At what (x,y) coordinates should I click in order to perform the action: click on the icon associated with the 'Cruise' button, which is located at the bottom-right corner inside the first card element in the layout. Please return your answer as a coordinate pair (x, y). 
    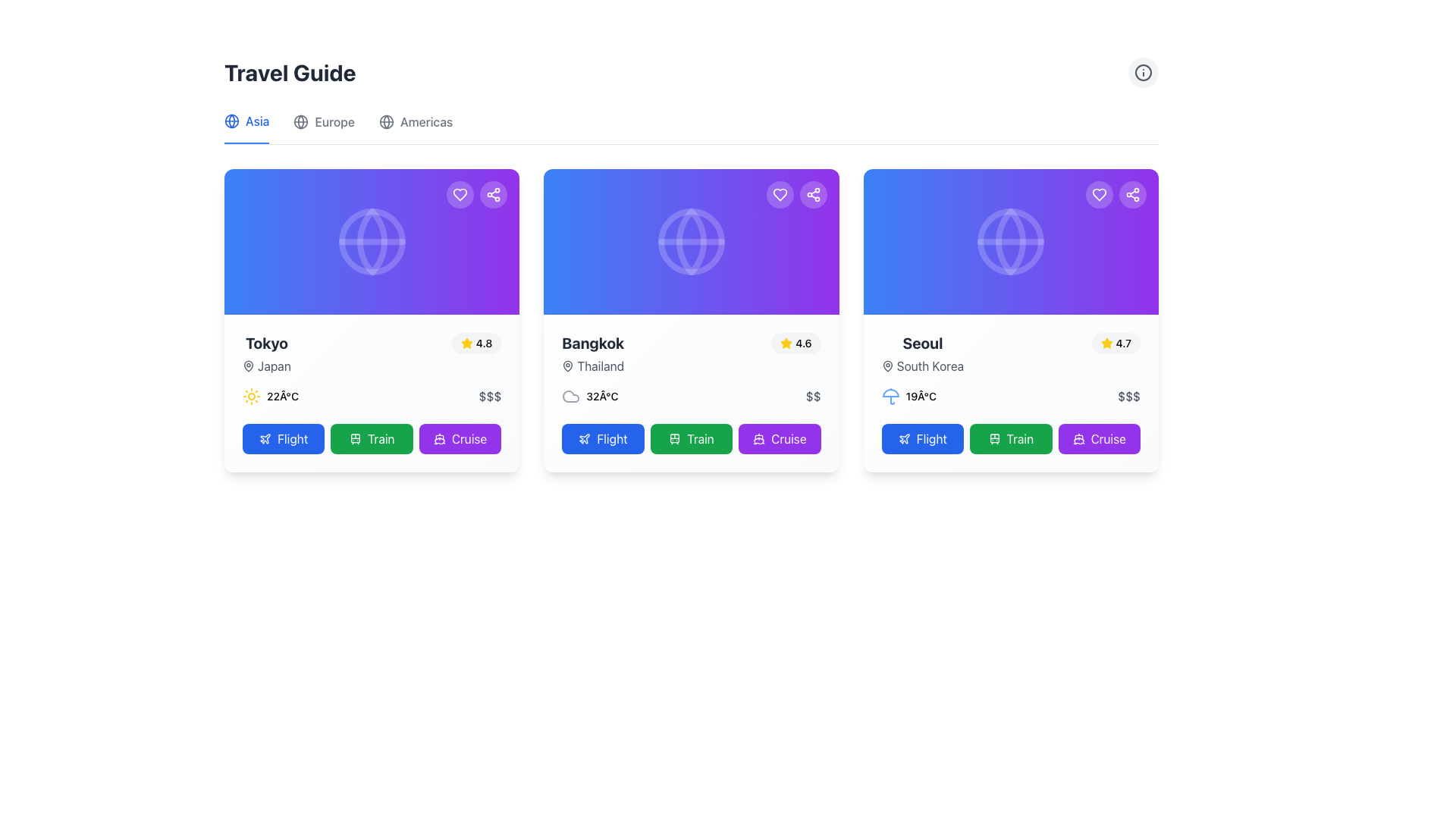
    Looking at the image, I should click on (438, 438).